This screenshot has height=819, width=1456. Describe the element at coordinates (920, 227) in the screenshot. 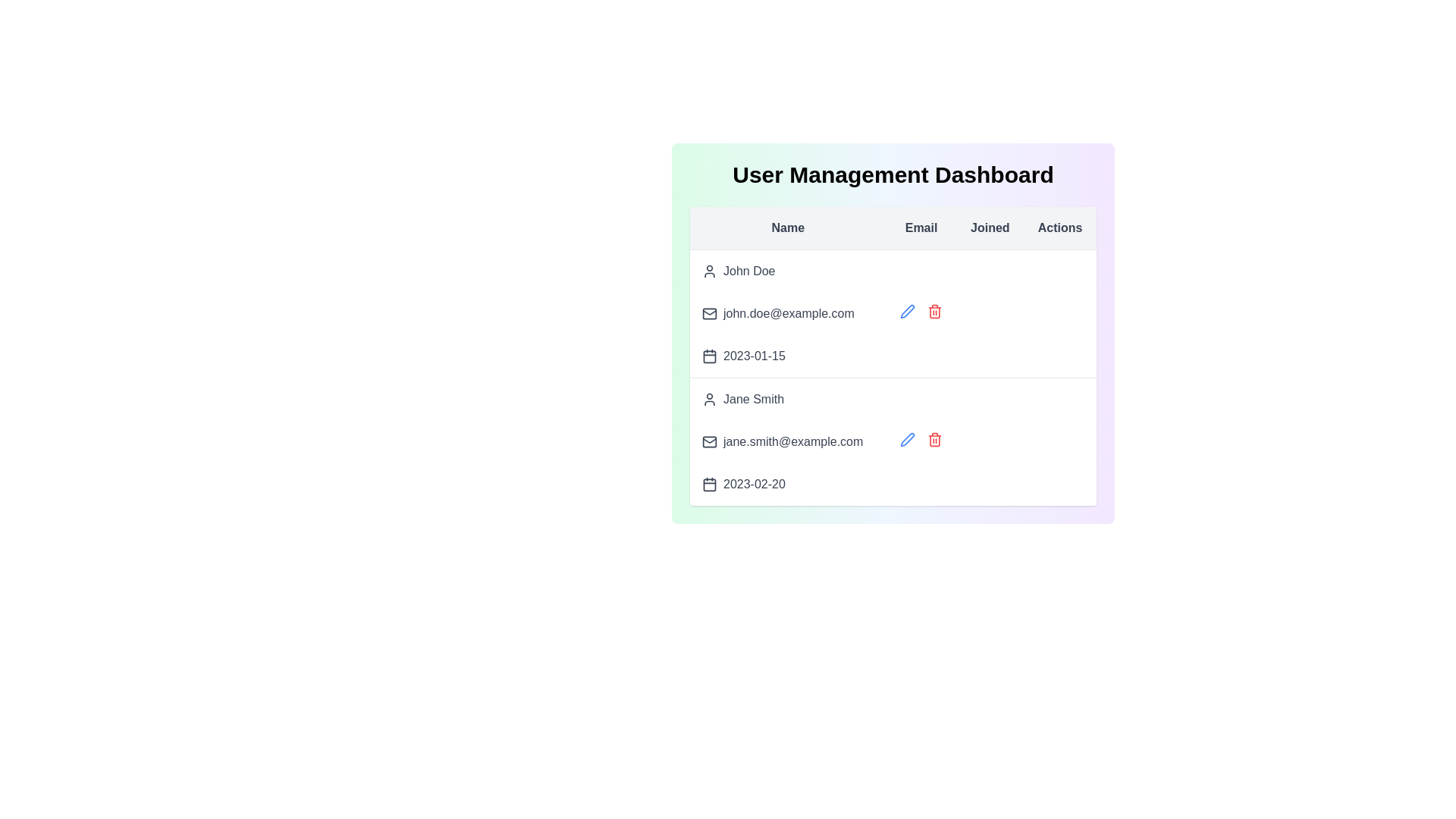

I see `the table header Email to sort the table by that column` at that location.